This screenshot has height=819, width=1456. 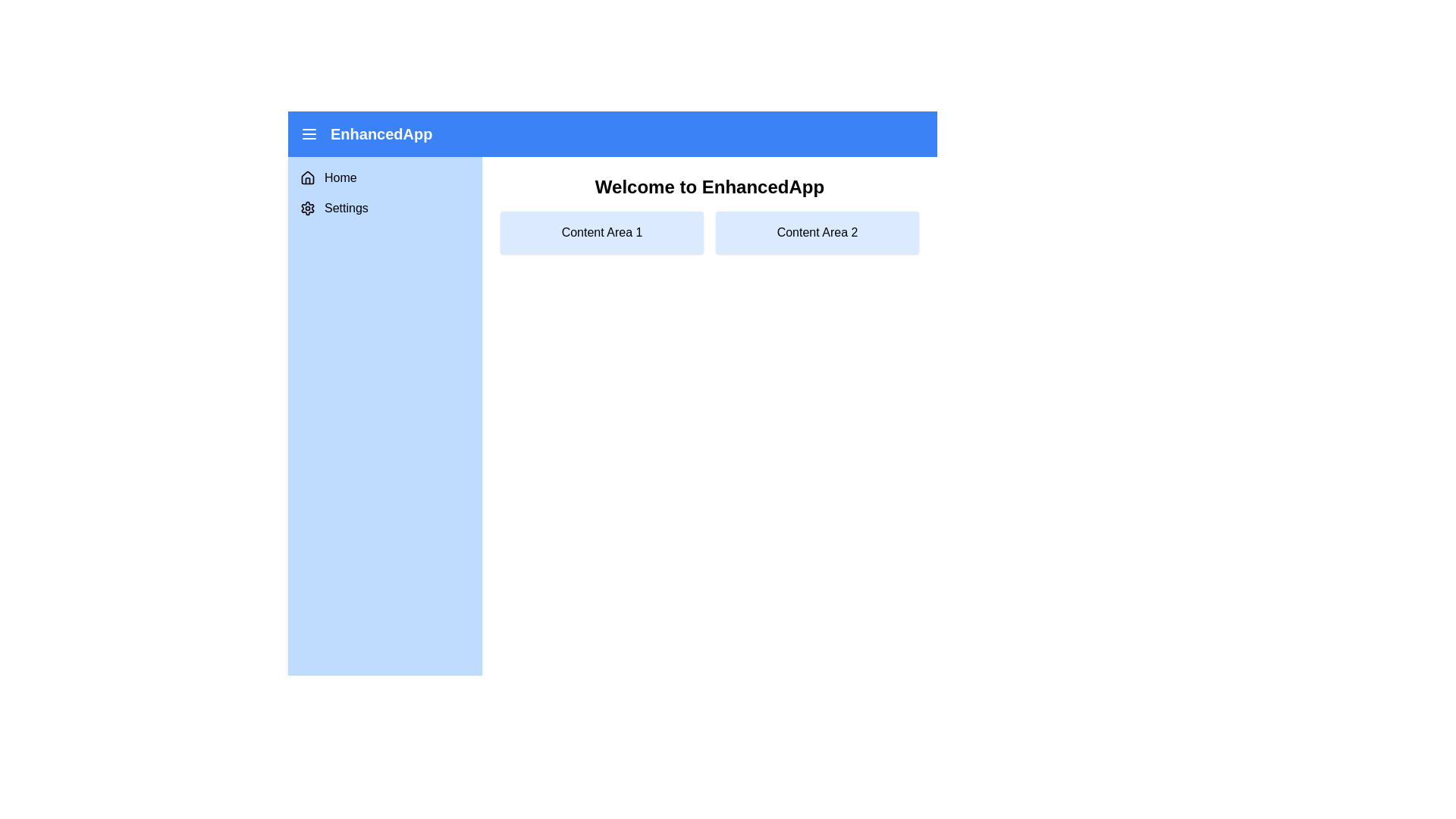 What do you see at coordinates (307, 208) in the screenshot?
I see `the 'Settings' icon located in the sidebar menu below the 'Home' icon` at bounding box center [307, 208].